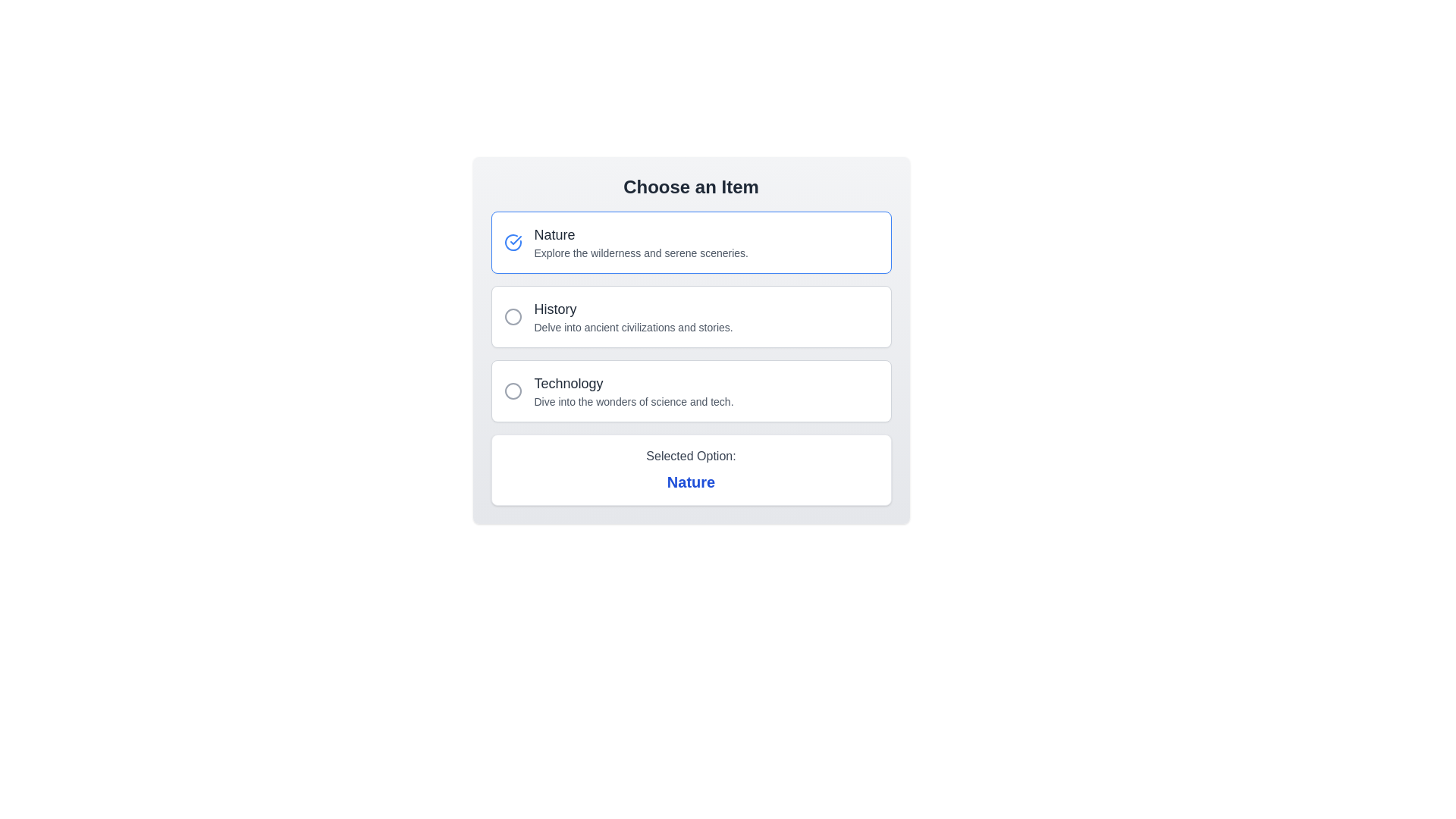 This screenshot has height=819, width=1456. Describe the element at coordinates (513, 242) in the screenshot. I see `the upper-left segment of the circular outline in the blue-highlighted checkmark icon, which signifies selection or success, located to the left of the 'Nature' label in the first item of the list` at that location.